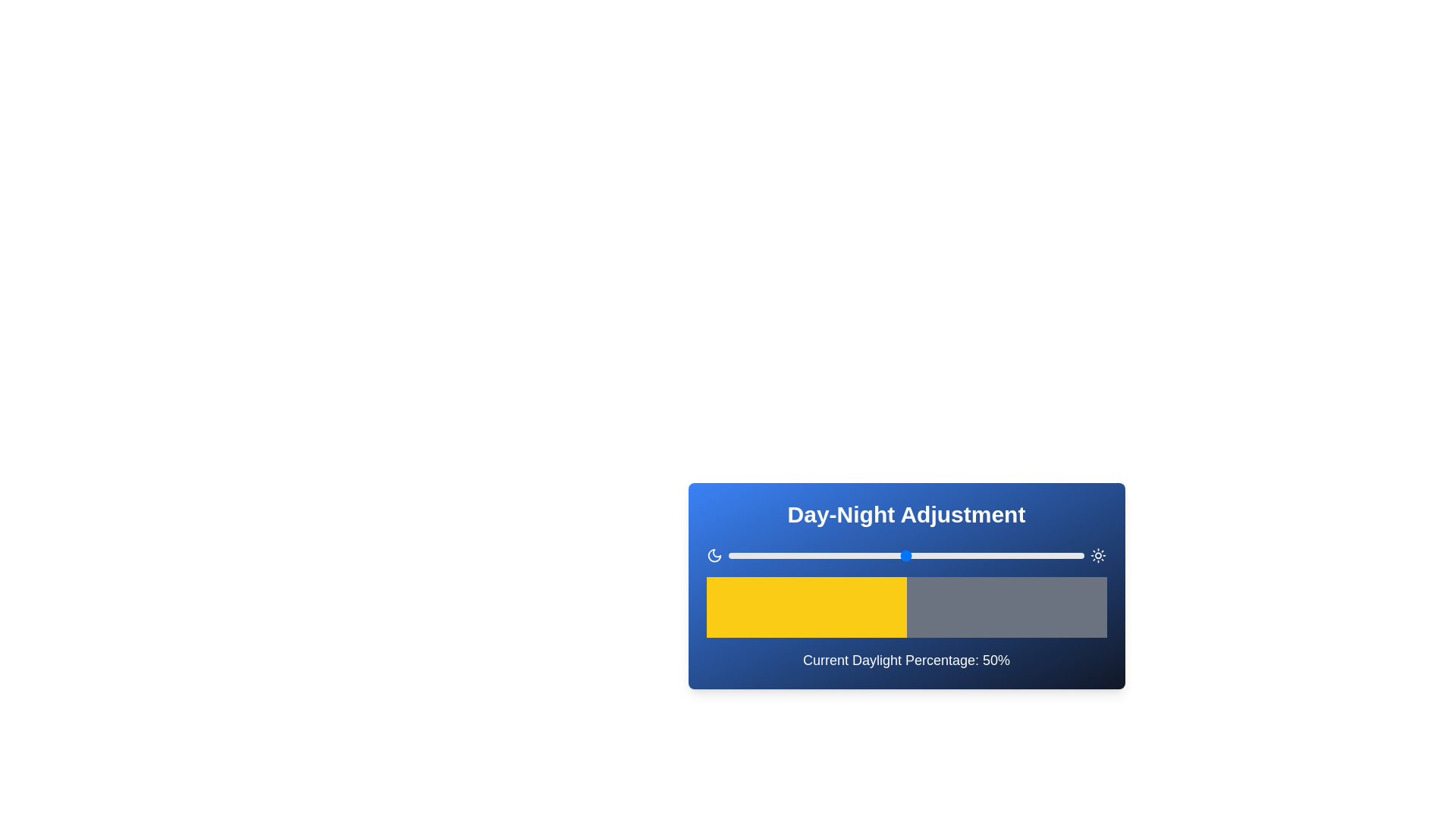  What do you see at coordinates (899, 555) in the screenshot?
I see `the slider to set the daylight percentage to 48` at bounding box center [899, 555].